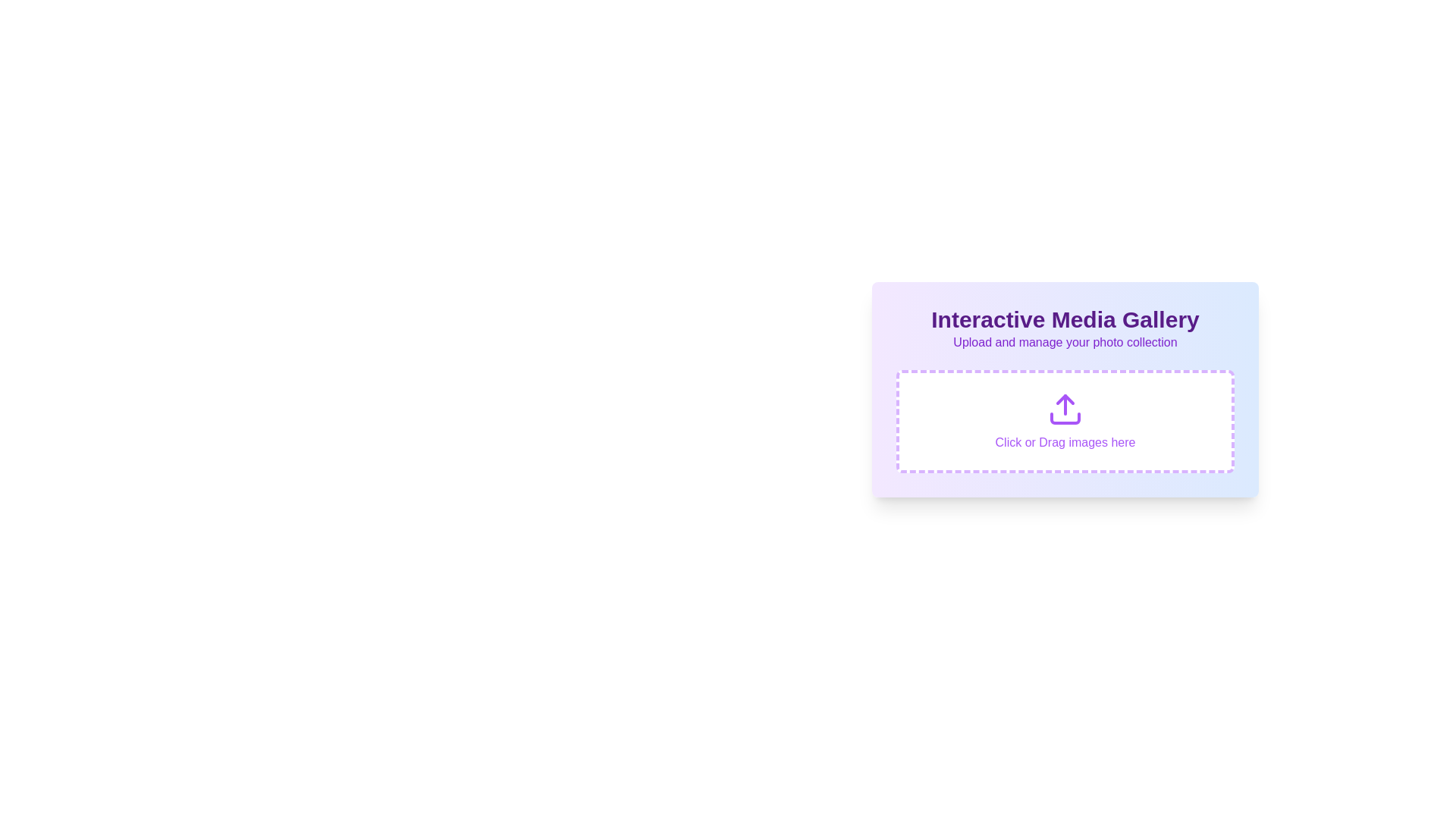  Describe the element at coordinates (1065, 418) in the screenshot. I see `the base of the upload icon, which is centrally located within the dashed-bordered rectangle labeled 'Click or Drag images here' under 'Interactive Media Gallery'` at that location.